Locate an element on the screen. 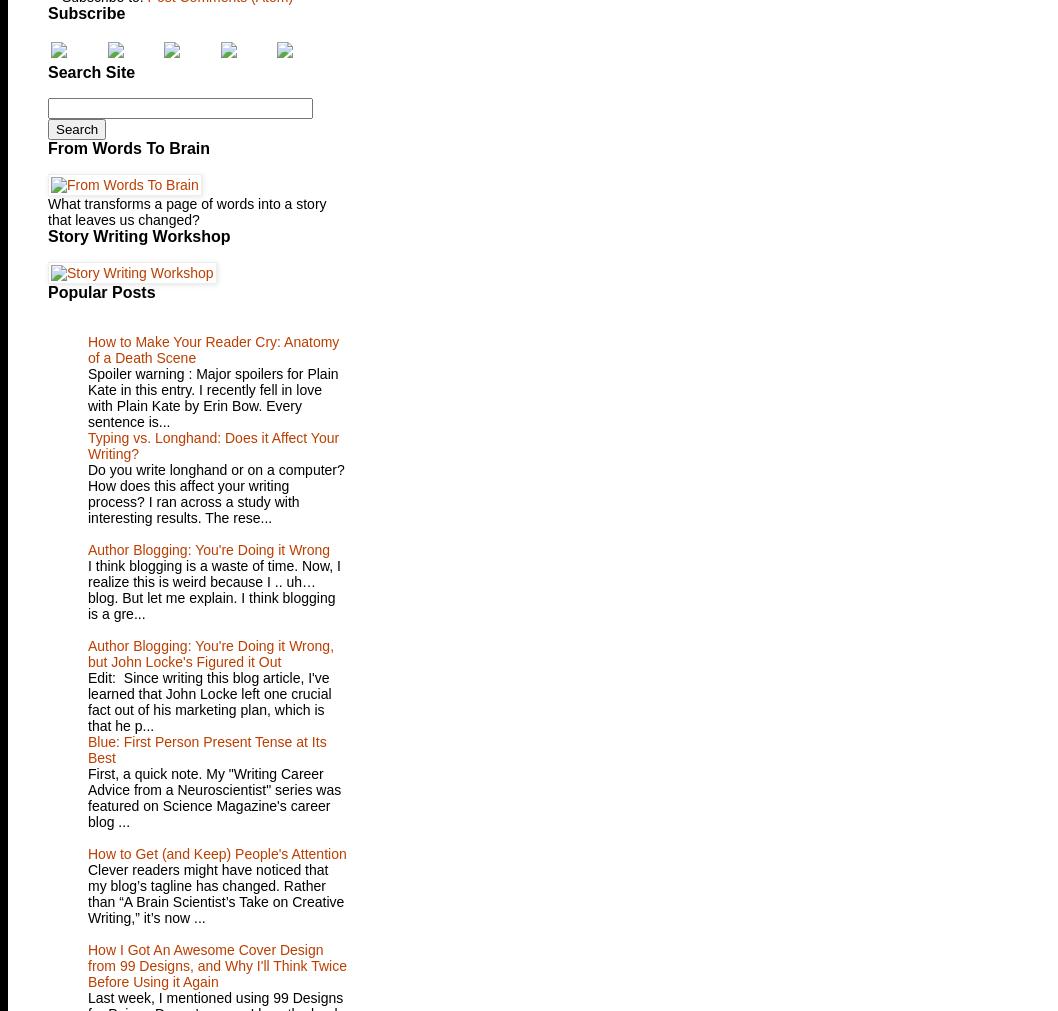 This screenshot has height=1011, width=1058. 'Search Site' is located at coordinates (90, 71).